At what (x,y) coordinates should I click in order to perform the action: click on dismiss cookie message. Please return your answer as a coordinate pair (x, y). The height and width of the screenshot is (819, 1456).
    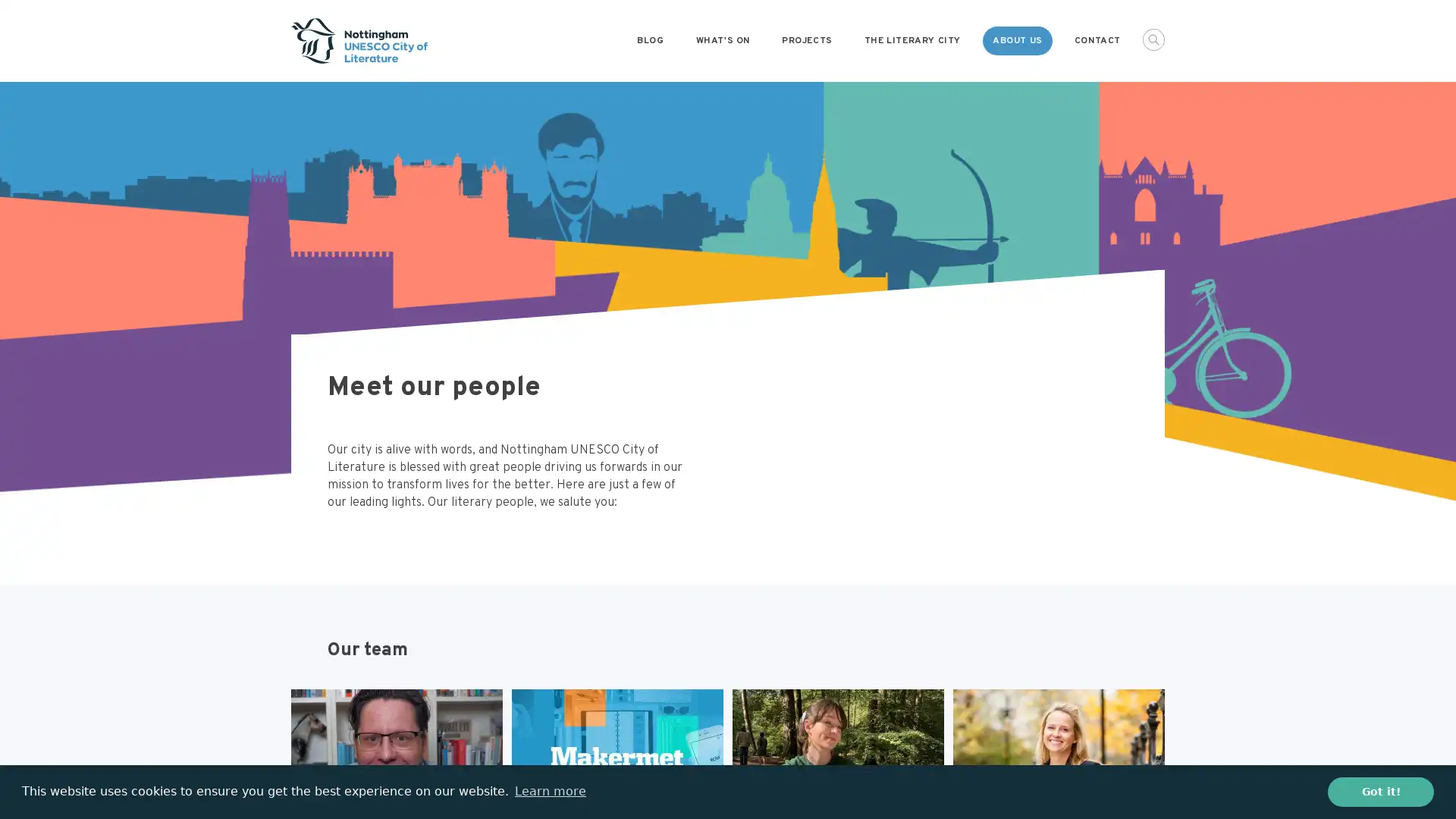
    Looking at the image, I should click on (1380, 791).